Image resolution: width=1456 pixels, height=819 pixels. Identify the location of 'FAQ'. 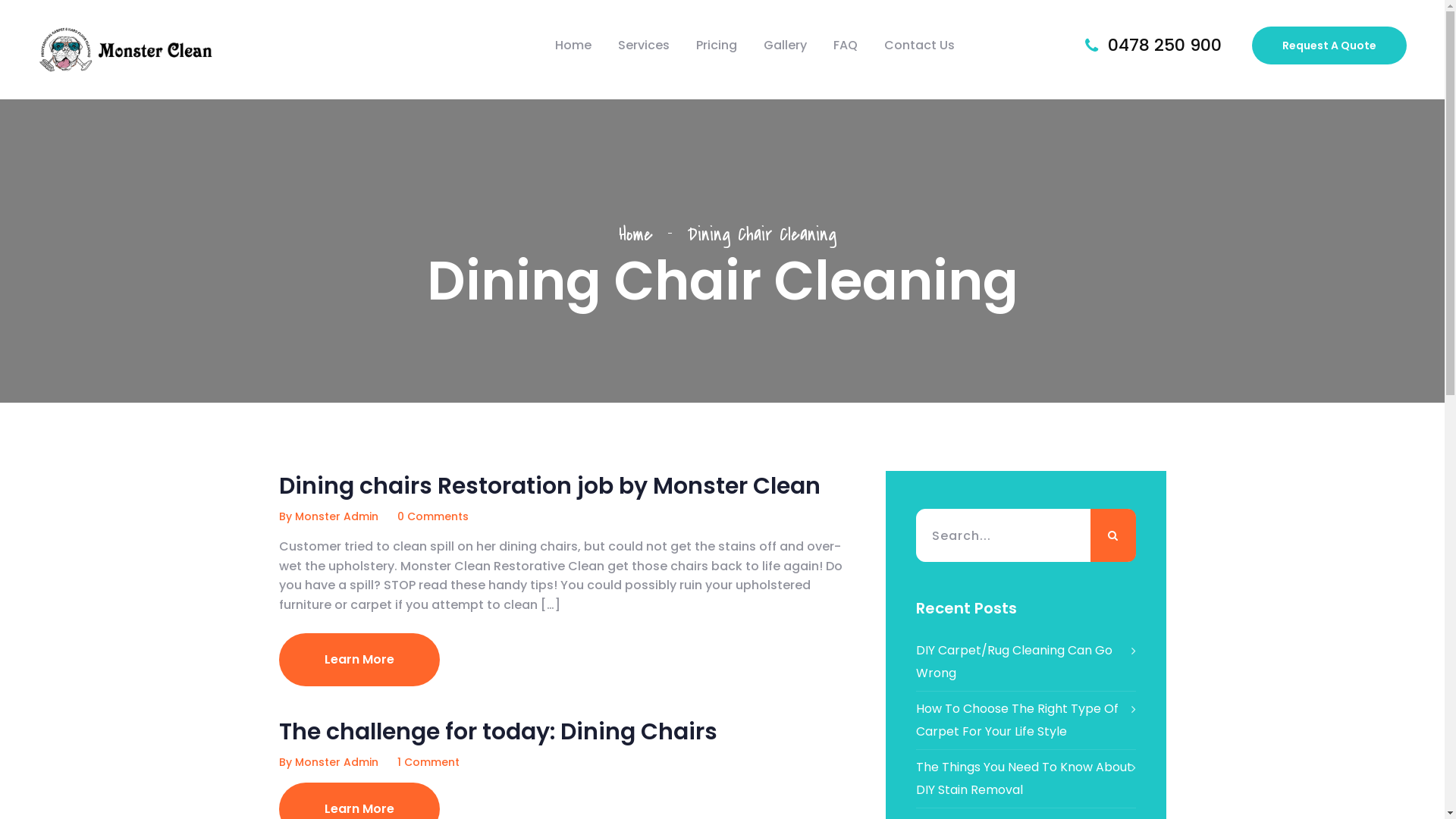
(844, 45).